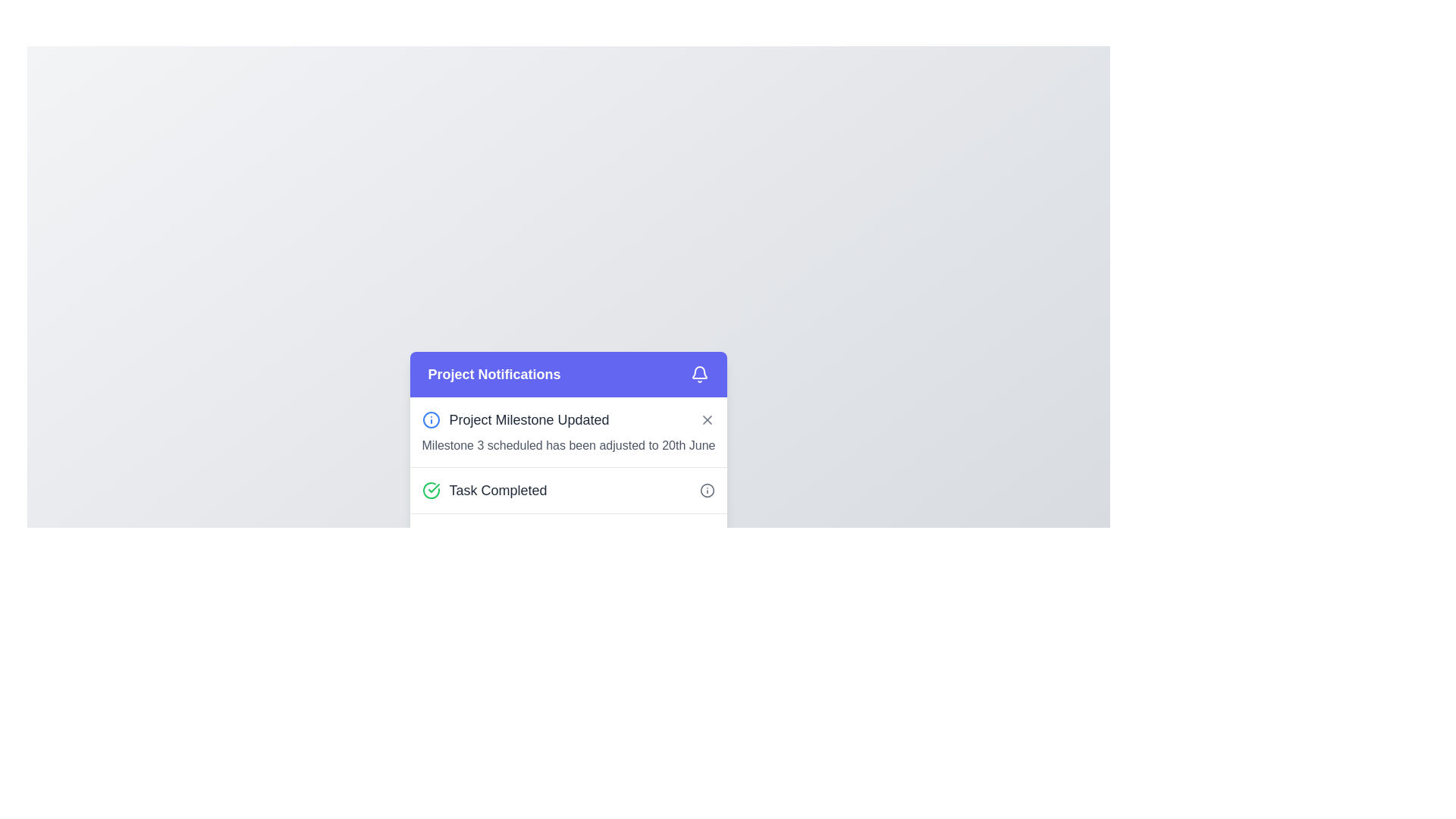 Image resolution: width=1456 pixels, height=819 pixels. What do you see at coordinates (432, 488) in the screenshot?
I see `the checkmark in a circle icon component, which is part of the SVG icon indicating 'Task Completed' in the second notification item` at bounding box center [432, 488].